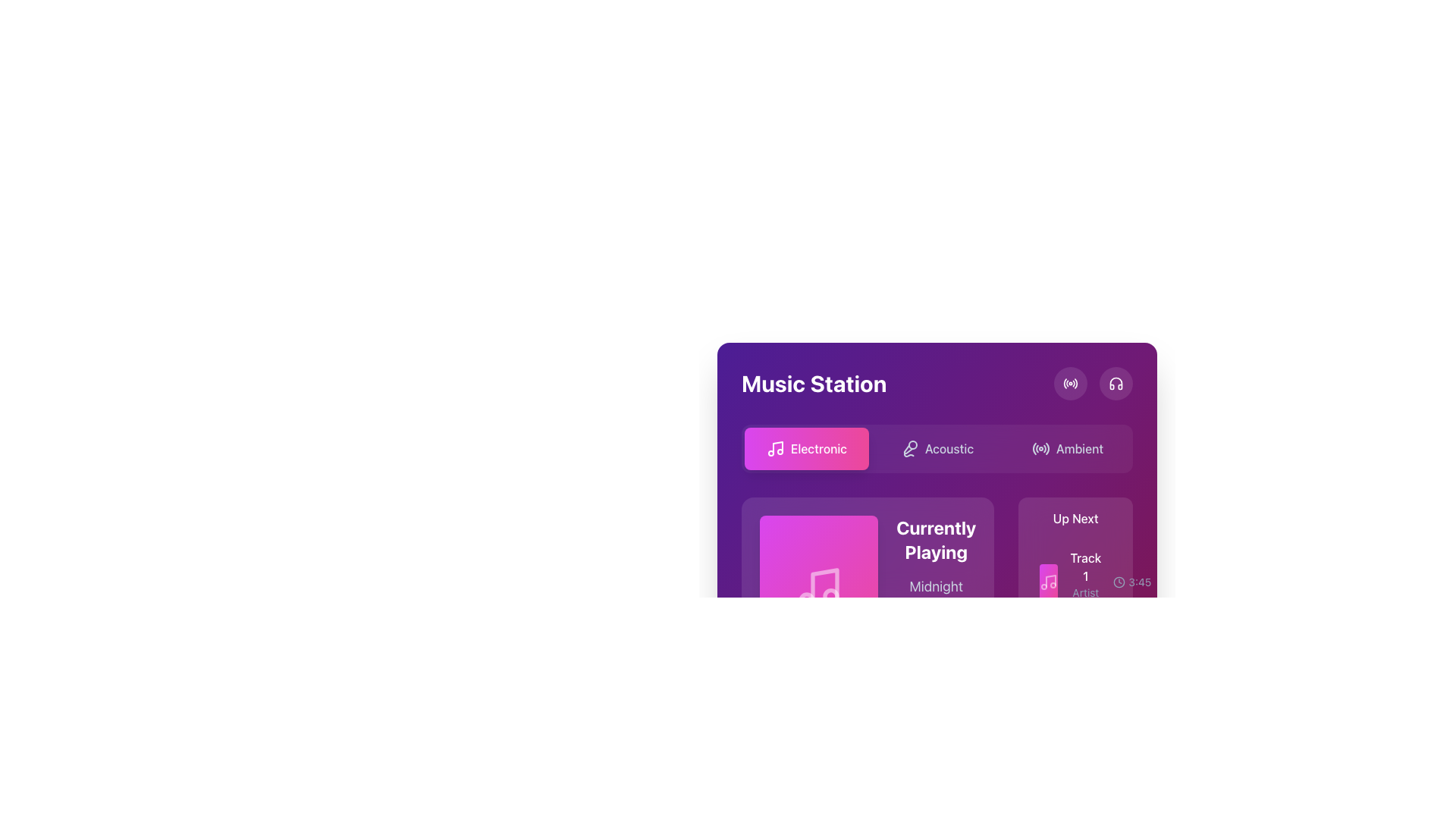  What do you see at coordinates (1119, 581) in the screenshot?
I see `the outer border of the clock icon located in the upper right corner of the interface` at bounding box center [1119, 581].